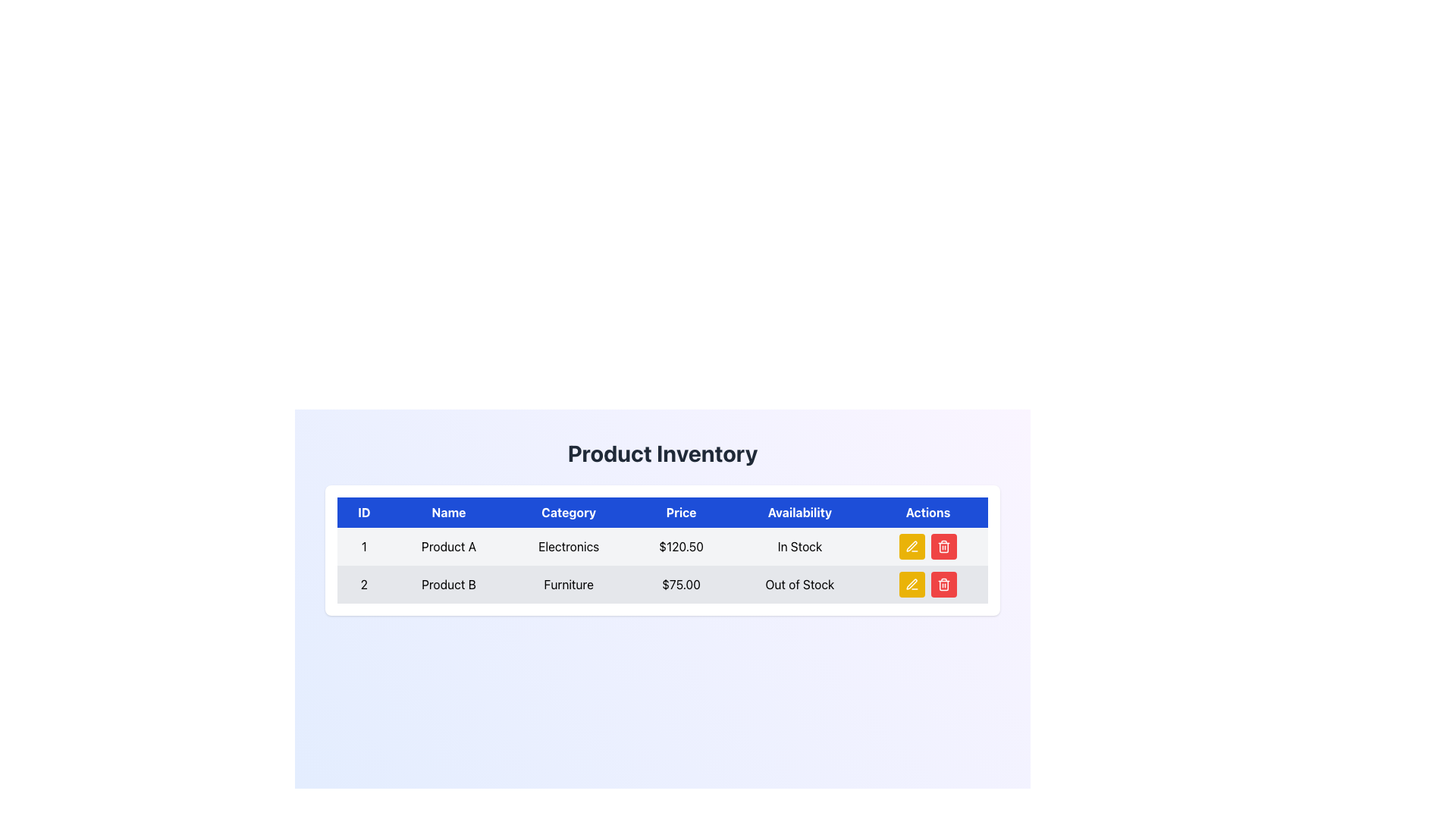 This screenshot has height=819, width=1456. I want to click on availability status displayed in the text label located in the fourth column of the first product row in the inventory table, so click(799, 547).